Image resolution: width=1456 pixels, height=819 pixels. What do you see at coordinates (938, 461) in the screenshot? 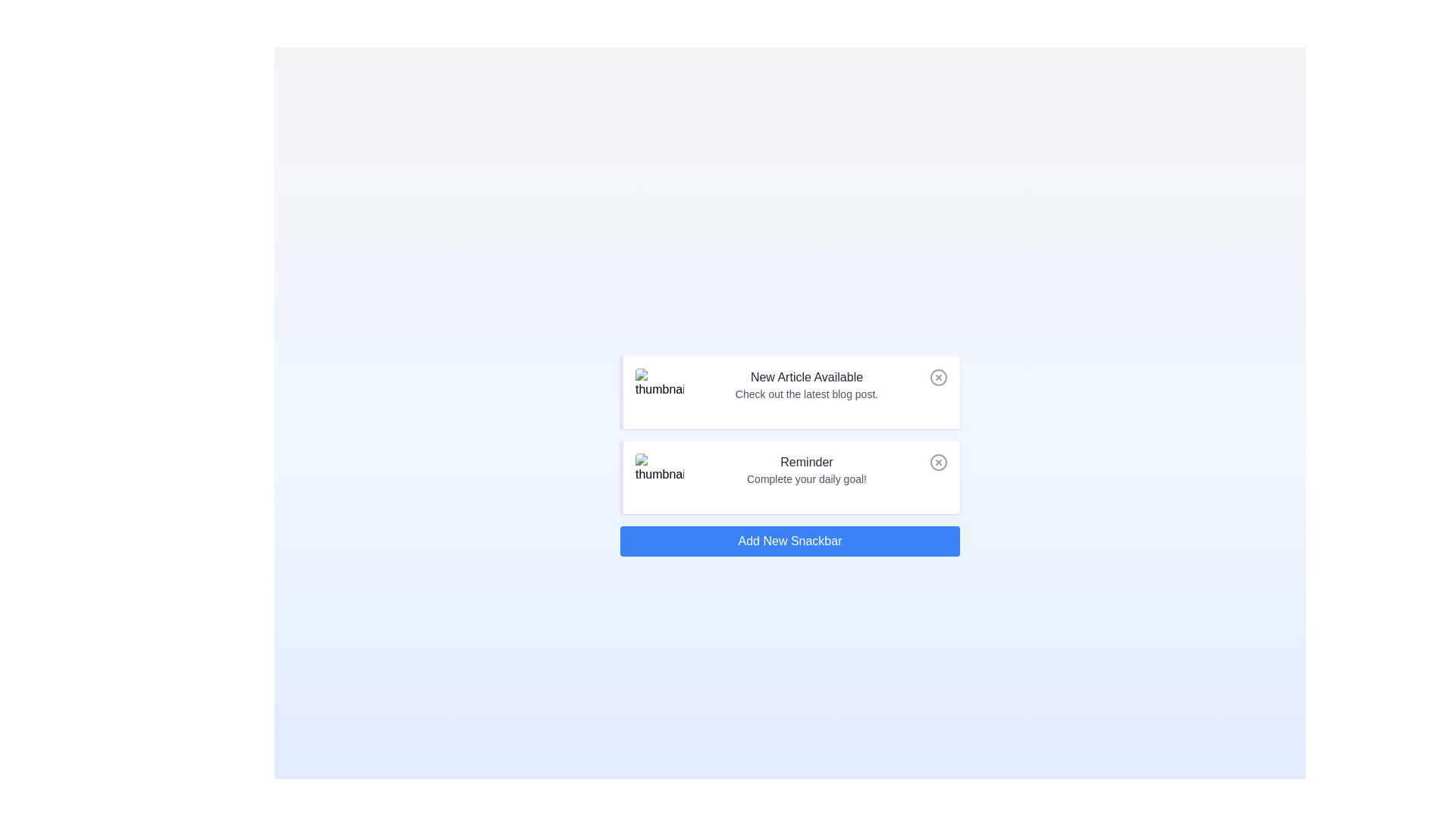
I see `the dismiss button for the notification with title 'Reminder'` at bounding box center [938, 461].